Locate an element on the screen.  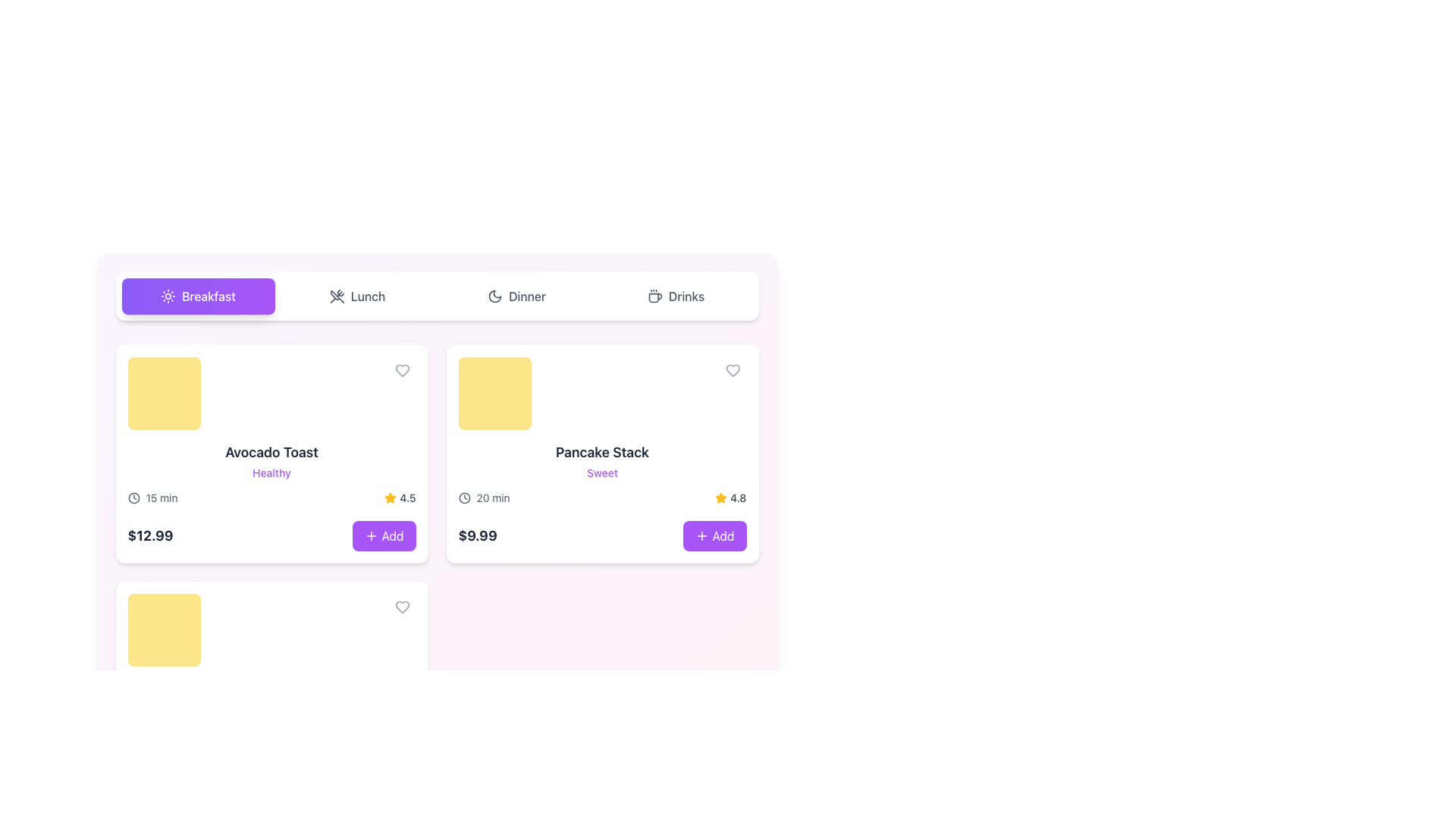
the text label indicating the preparation or cooking time for the food item 'Pancake Stack', which is located beneath its title and beside the price and rating elements is located at coordinates (483, 497).